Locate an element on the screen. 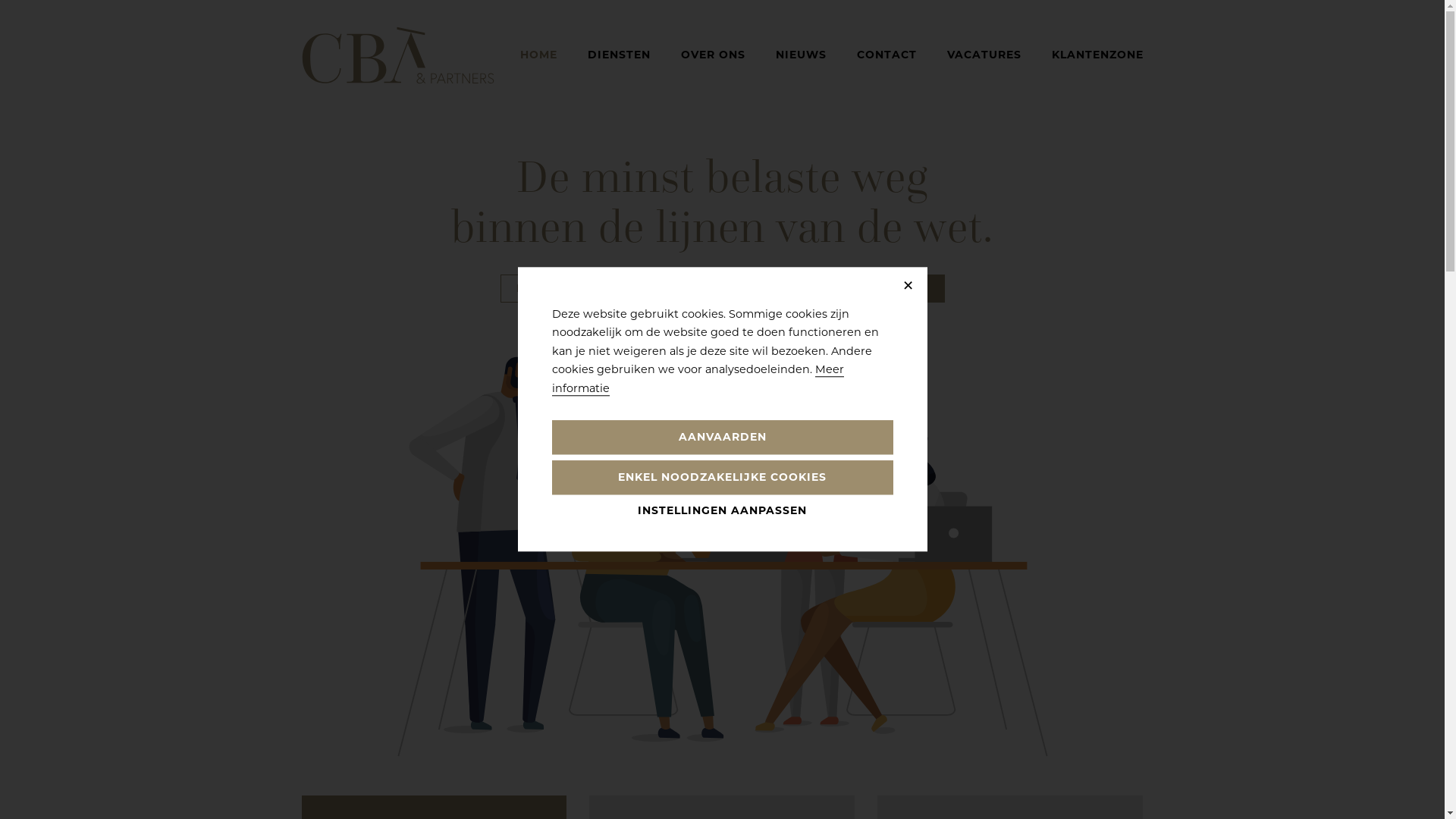  'CBA & Partners - Boekhouding & advies' is located at coordinates (302, 55).